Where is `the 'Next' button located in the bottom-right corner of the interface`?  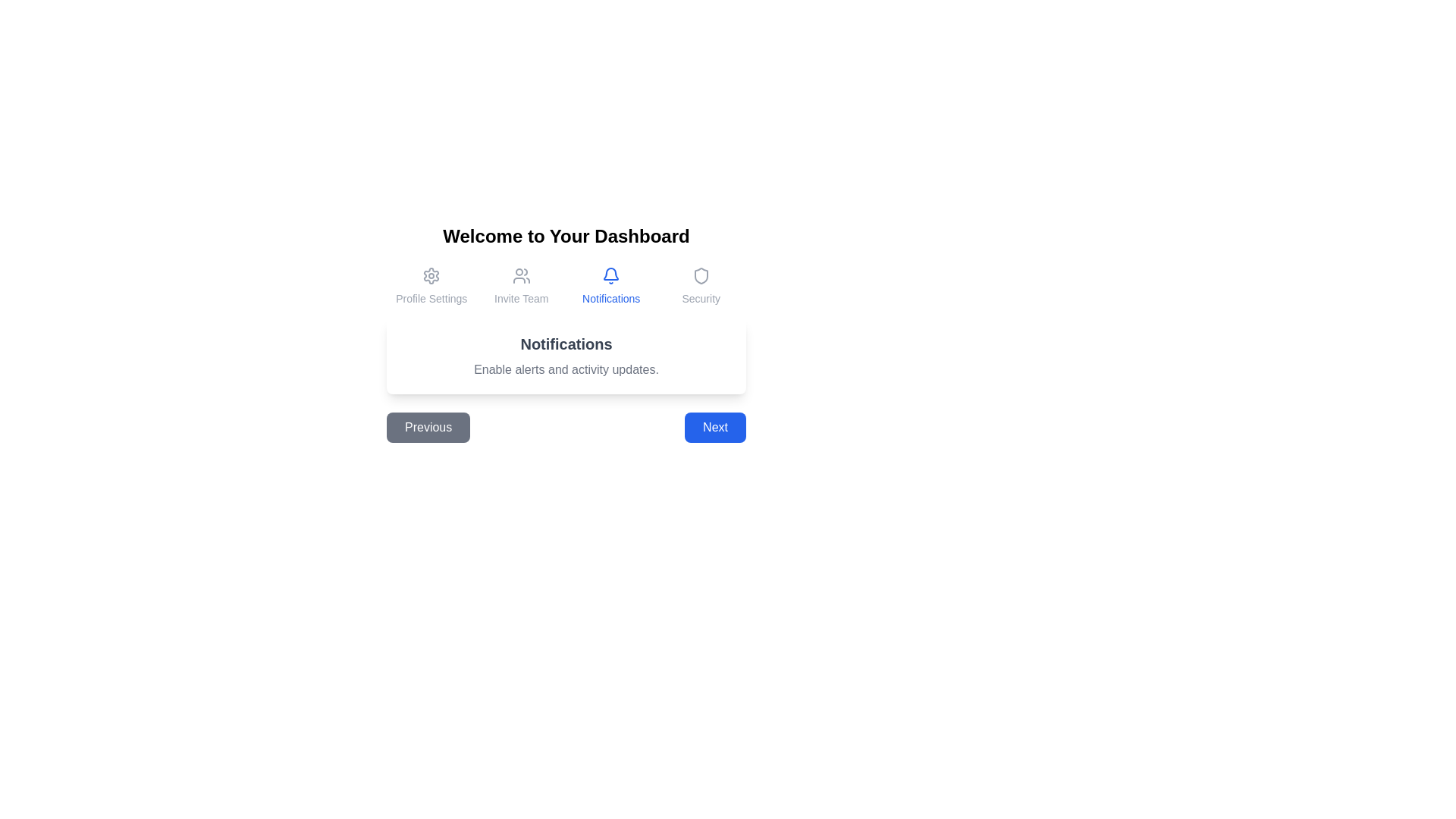 the 'Next' button located in the bottom-right corner of the interface is located at coordinates (714, 427).